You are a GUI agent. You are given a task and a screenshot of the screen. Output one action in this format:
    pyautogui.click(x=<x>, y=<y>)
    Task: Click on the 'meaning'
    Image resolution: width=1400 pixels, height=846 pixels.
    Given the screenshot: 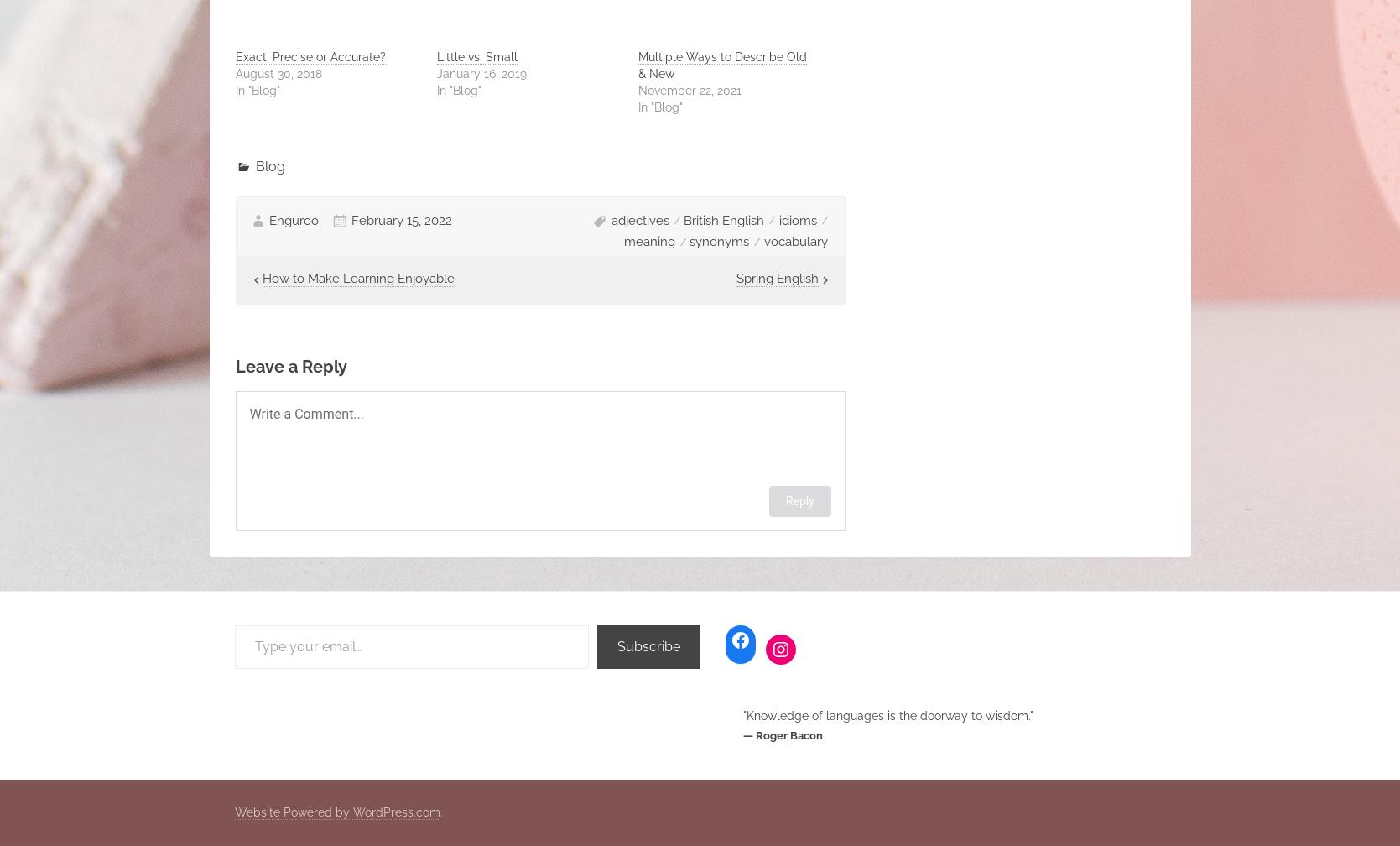 What is the action you would take?
    pyautogui.click(x=648, y=241)
    